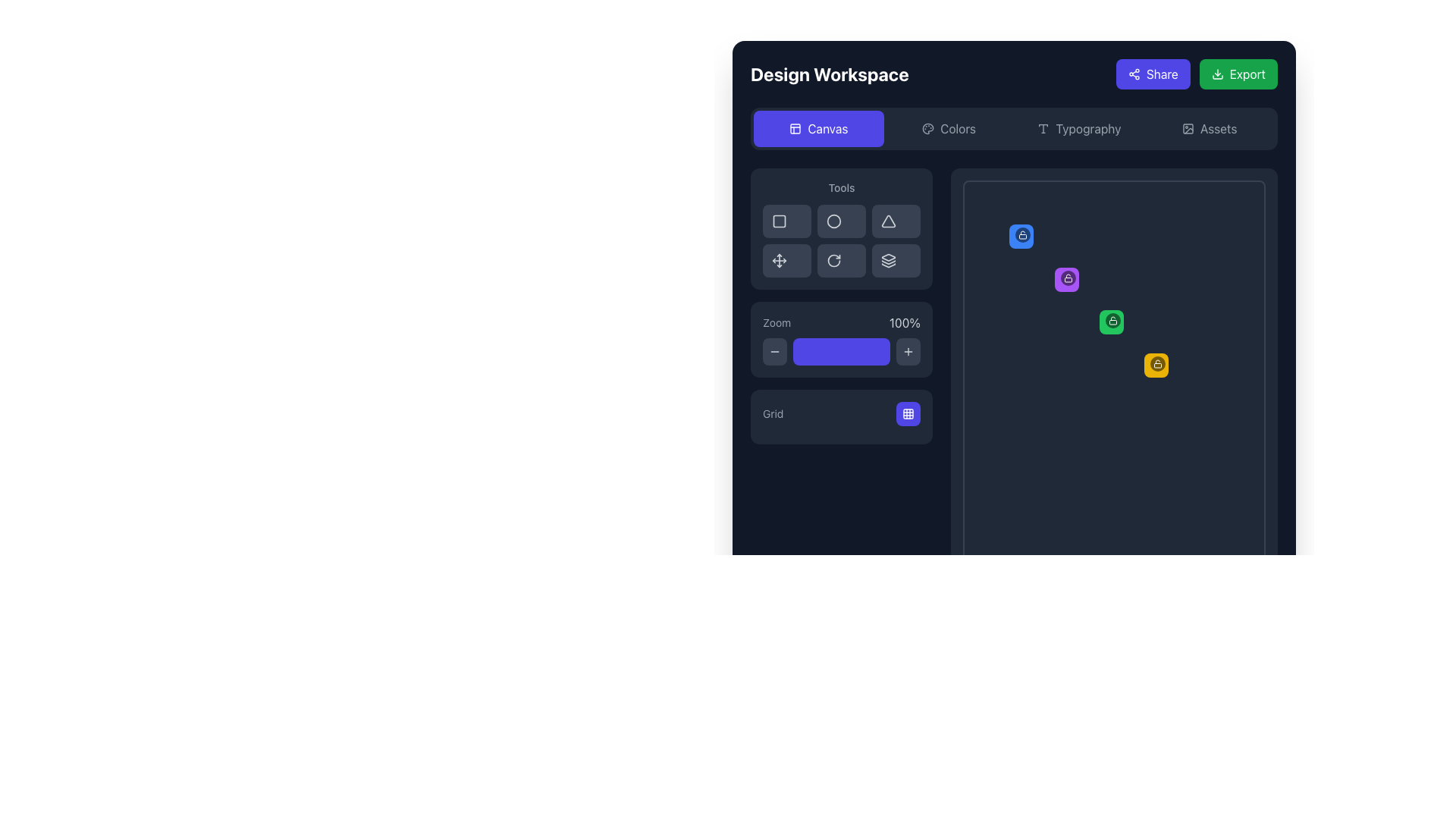  I want to click on the third icon in the 'Tools' section of the interface, which resembles a thin, layered icon, so click(888, 265).